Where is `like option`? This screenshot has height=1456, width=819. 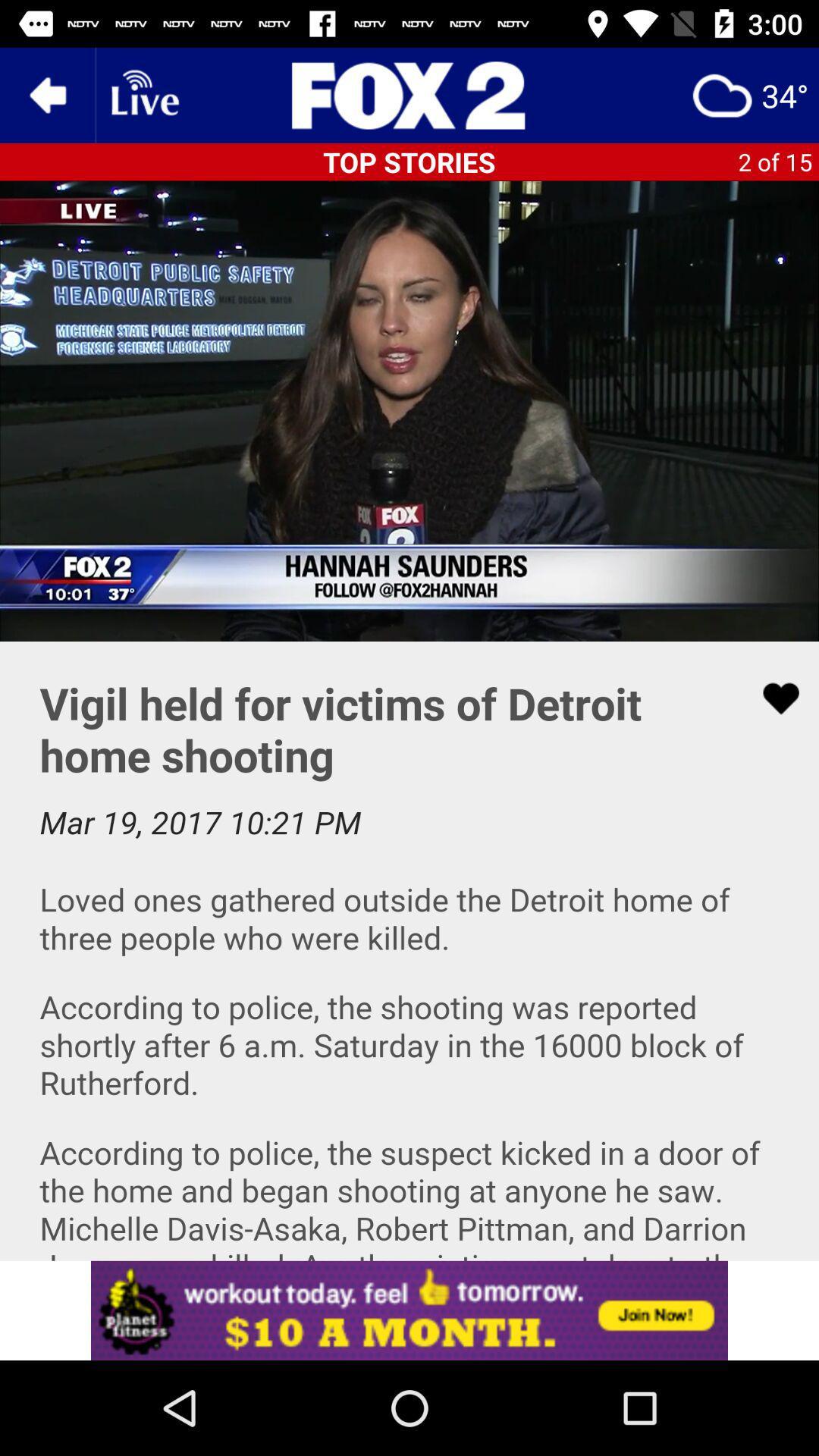
like option is located at coordinates (771, 698).